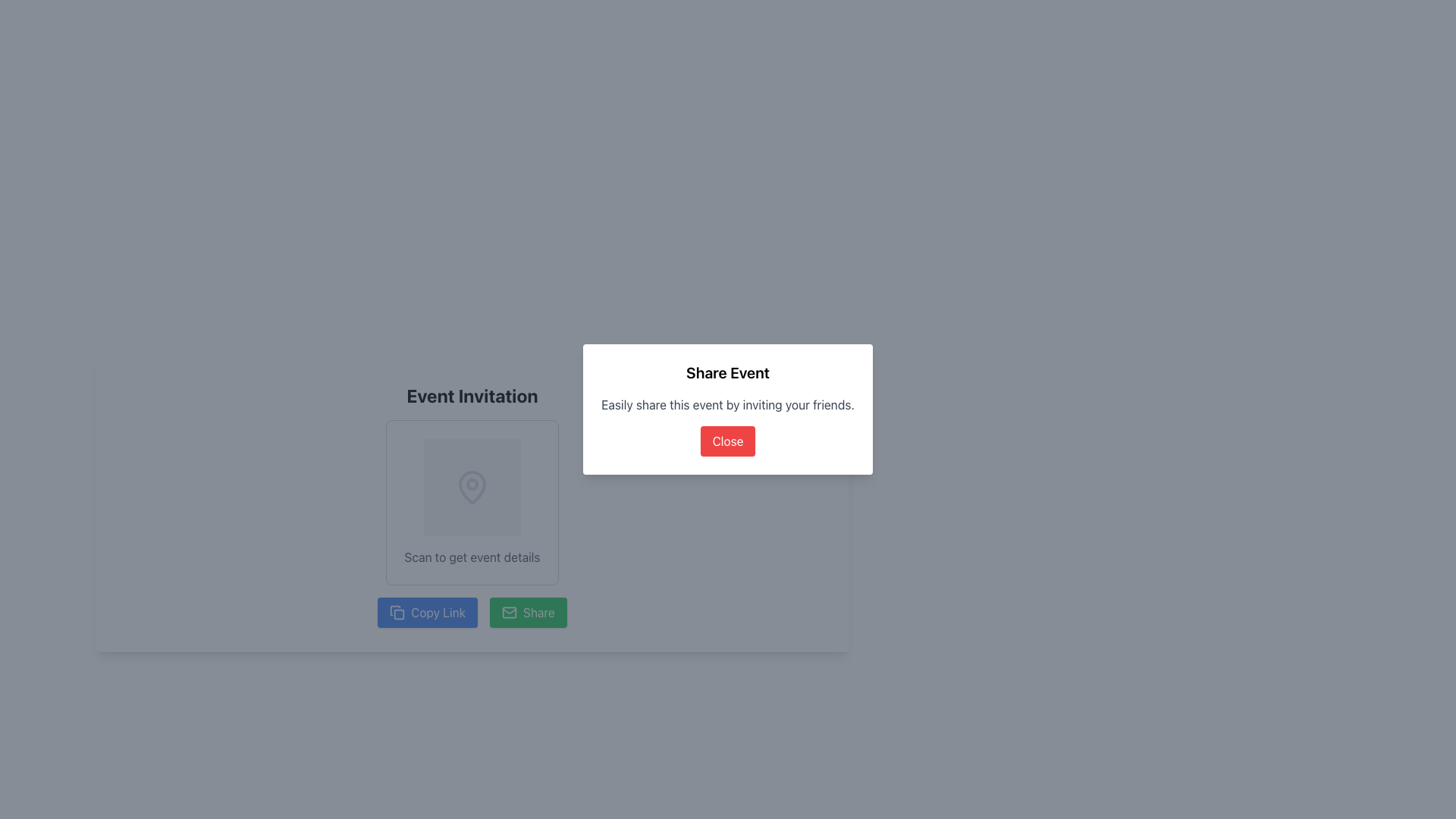 The height and width of the screenshot is (819, 1456). Describe the element at coordinates (510, 611) in the screenshot. I see `the email icon within the 'Share' button located in the lower-left area of the interface` at that location.